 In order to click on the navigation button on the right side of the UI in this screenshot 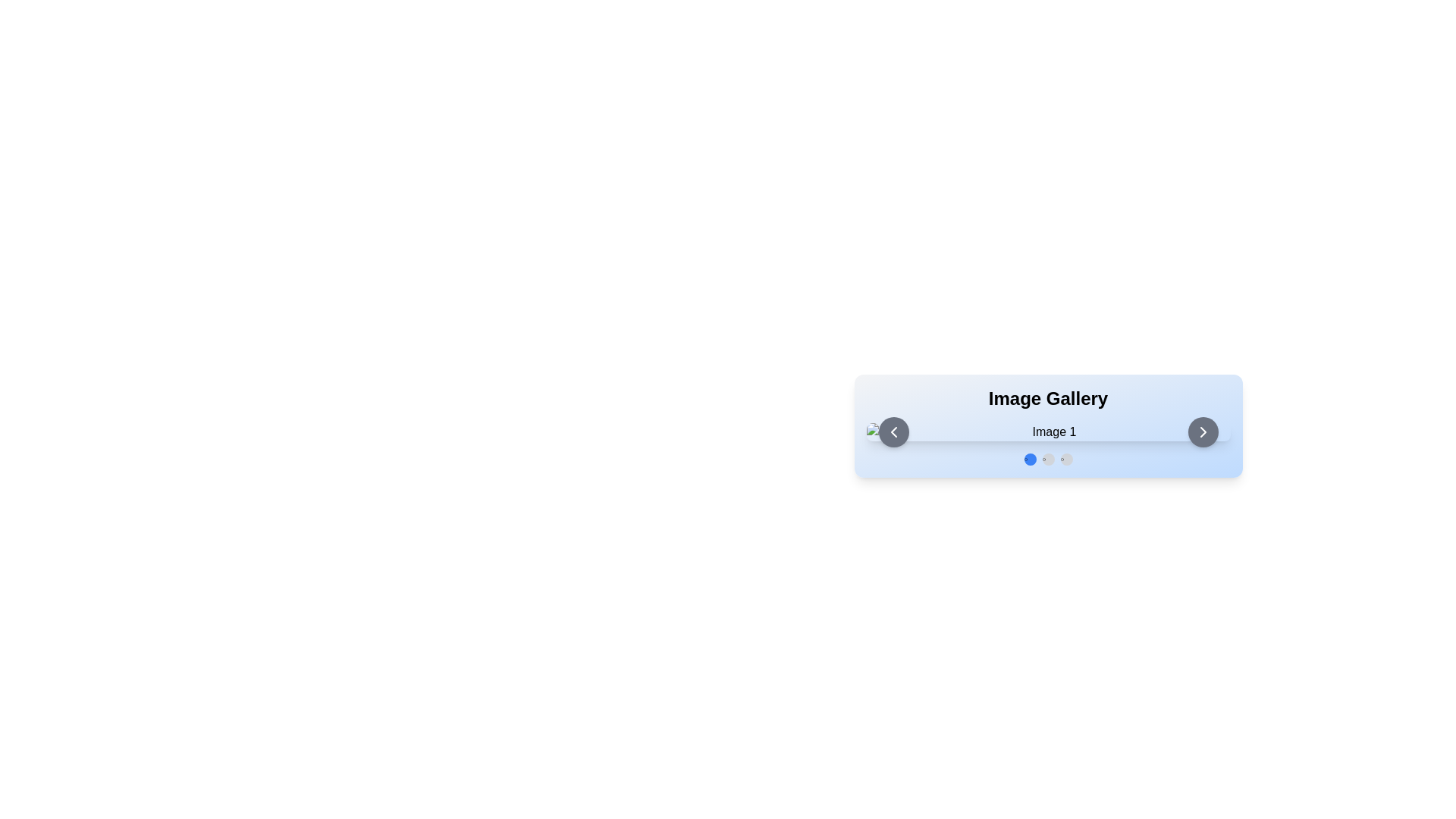, I will do `click(1202, 432)`.